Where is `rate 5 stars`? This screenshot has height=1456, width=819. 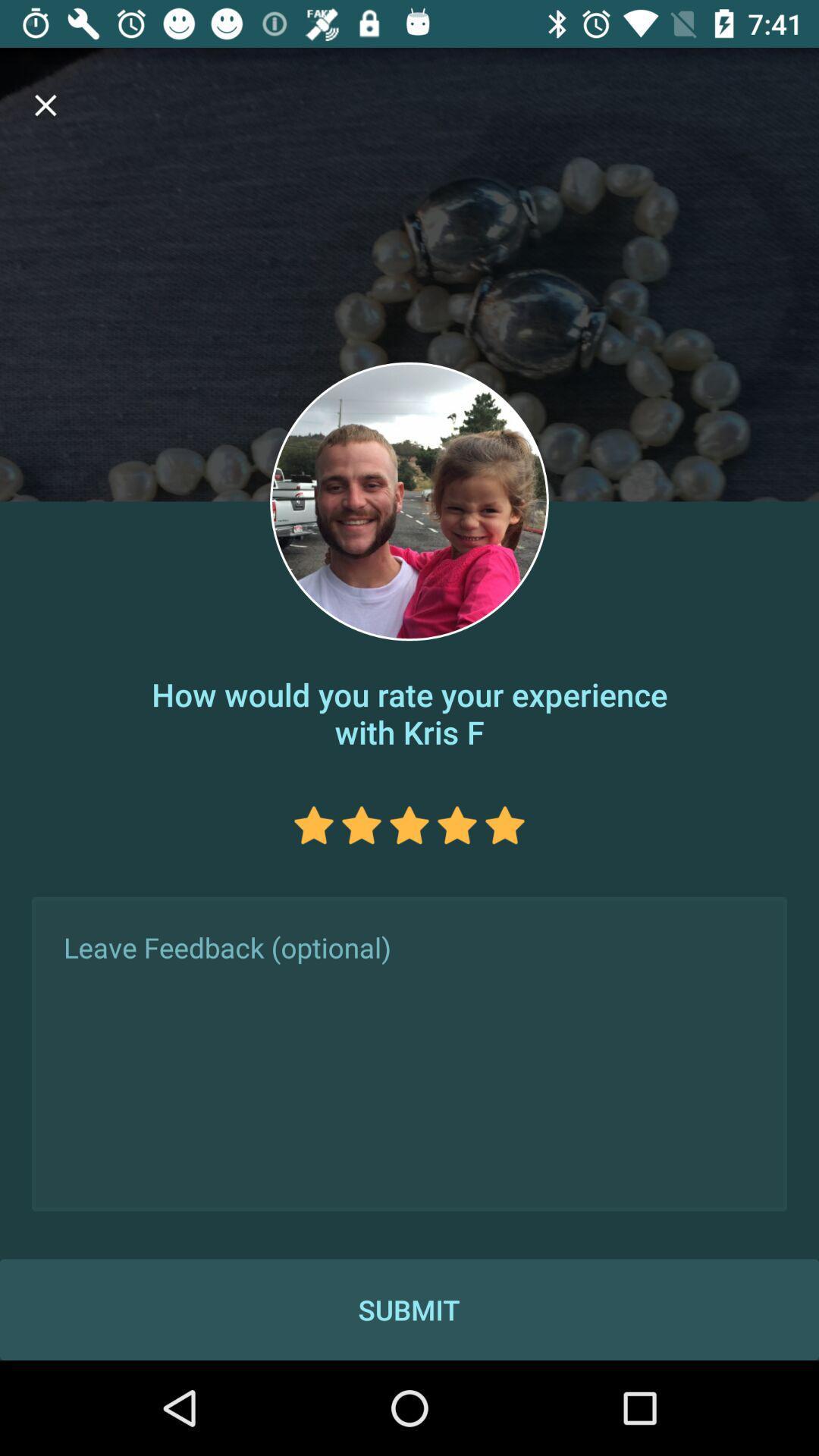
rate 5 stars is located at coordinates (505, 824).